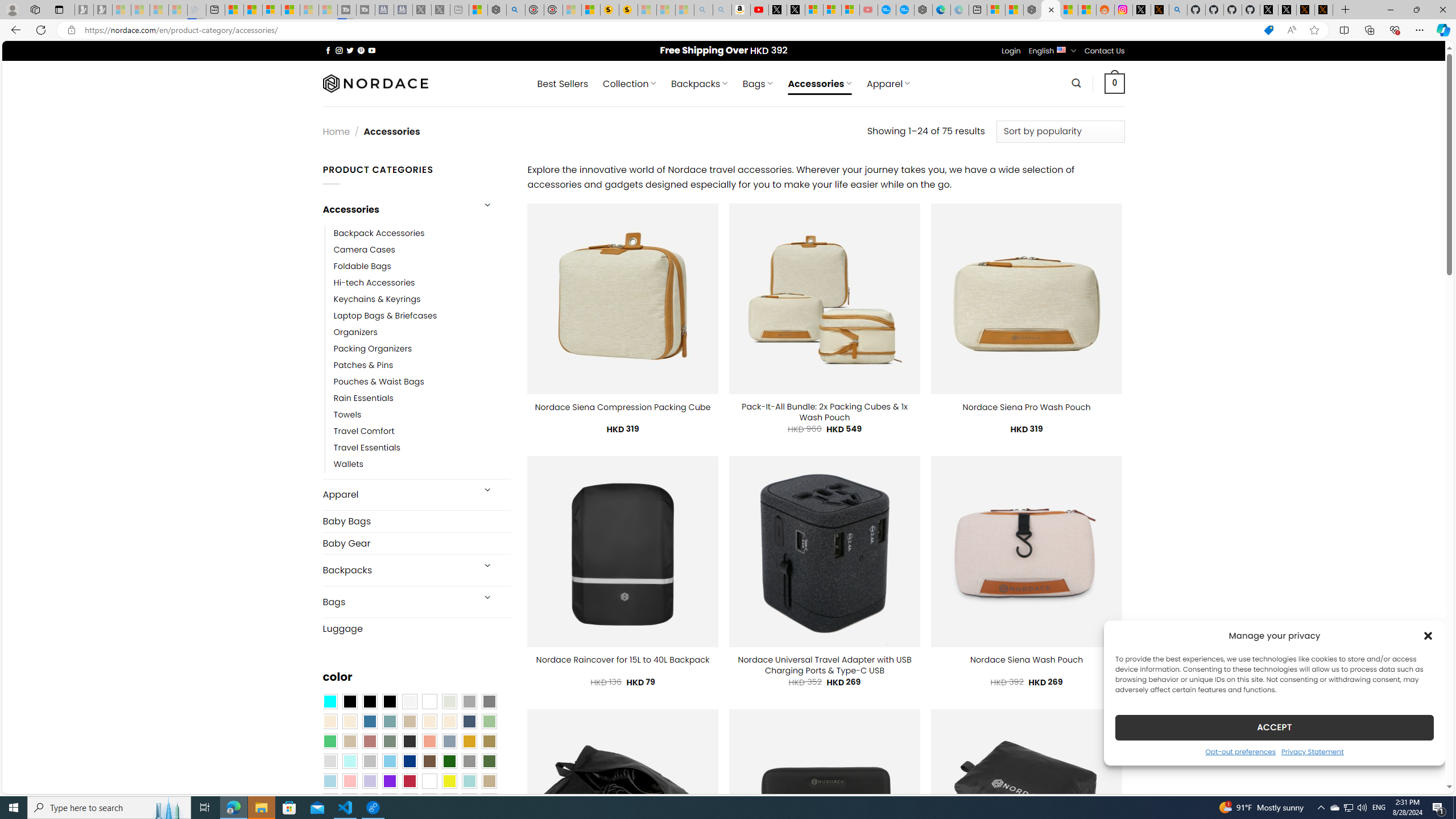 The width and height of the screenshot is (1456, 819). What do you see at coordinates (1115, 82) in the screenshot?
I see `' 0 '` at bounding box center [1115, 82].